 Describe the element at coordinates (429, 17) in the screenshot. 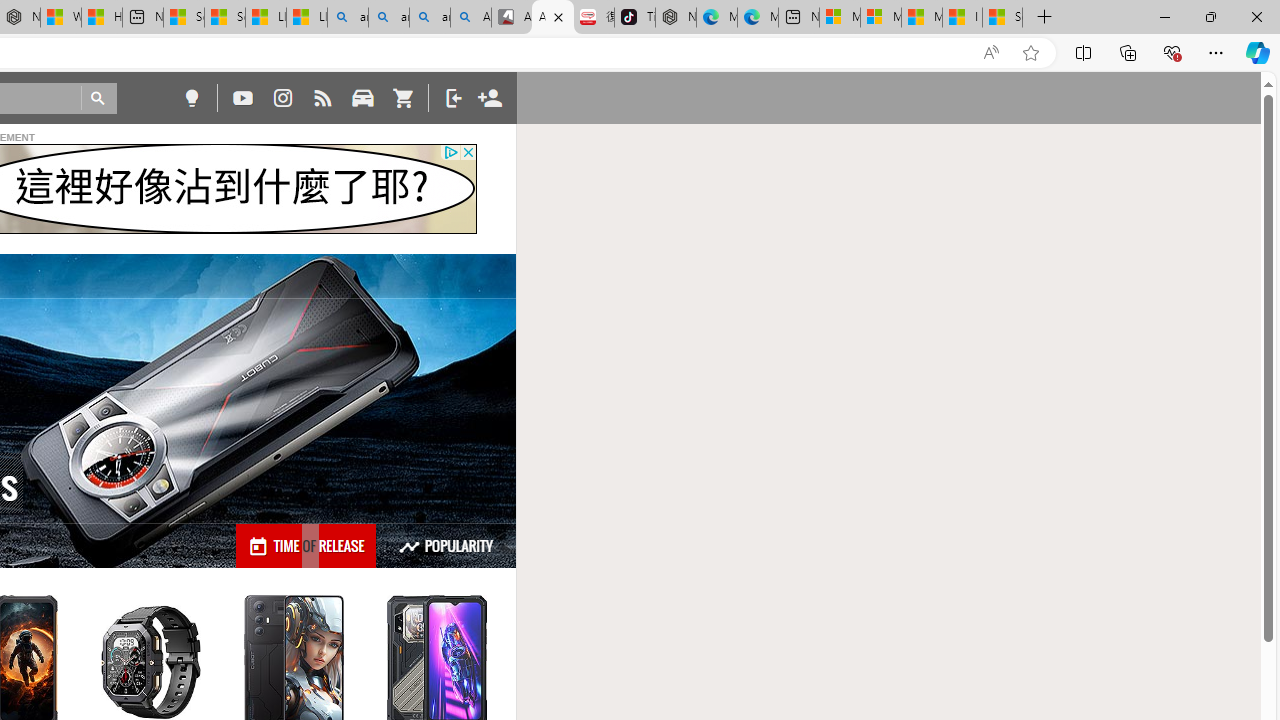

I see `'amazon - Search Images'` at that location.